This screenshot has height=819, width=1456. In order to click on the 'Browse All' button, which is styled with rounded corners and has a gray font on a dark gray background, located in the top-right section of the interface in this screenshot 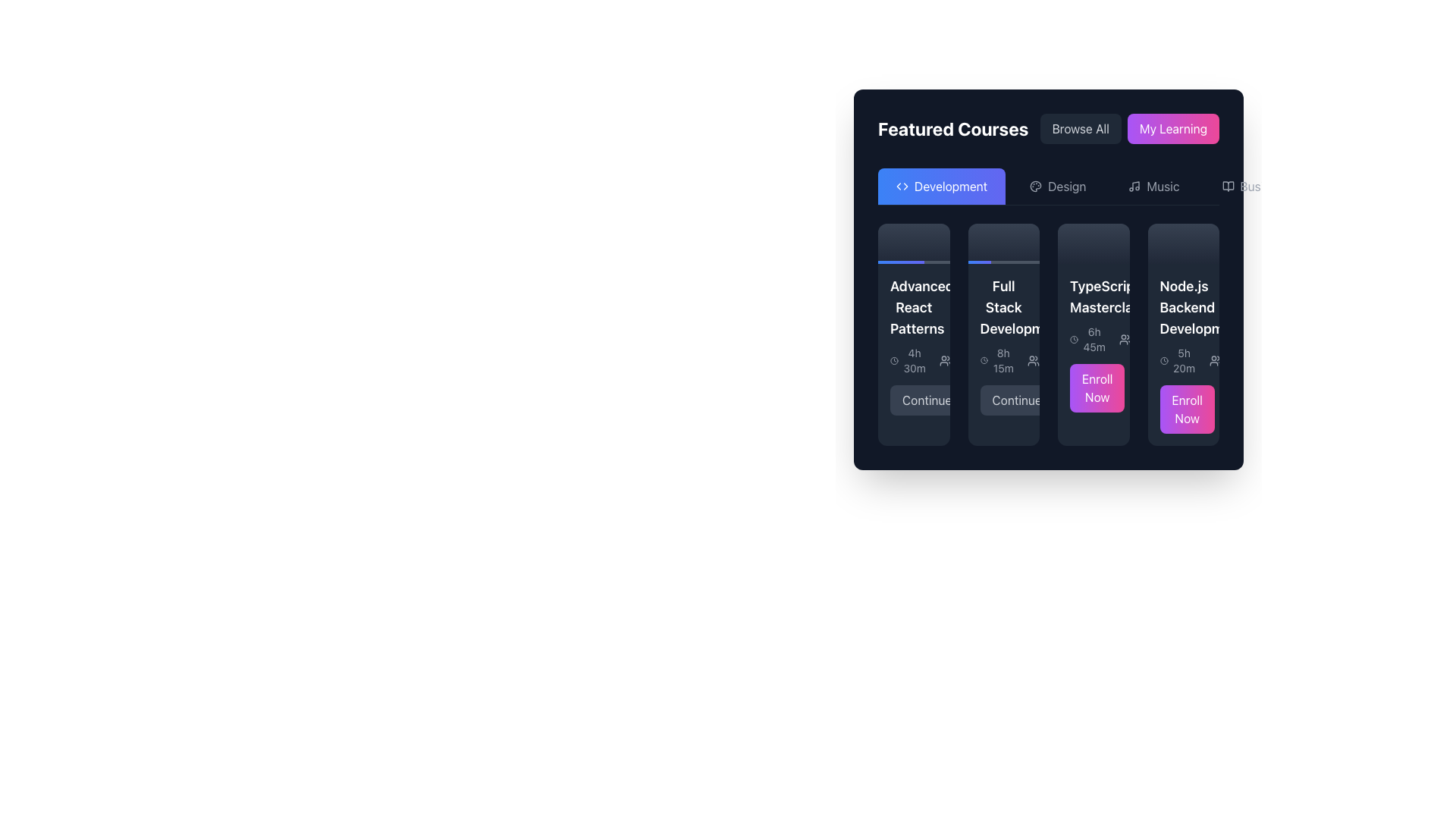, I will do `click(1080, 127)`.